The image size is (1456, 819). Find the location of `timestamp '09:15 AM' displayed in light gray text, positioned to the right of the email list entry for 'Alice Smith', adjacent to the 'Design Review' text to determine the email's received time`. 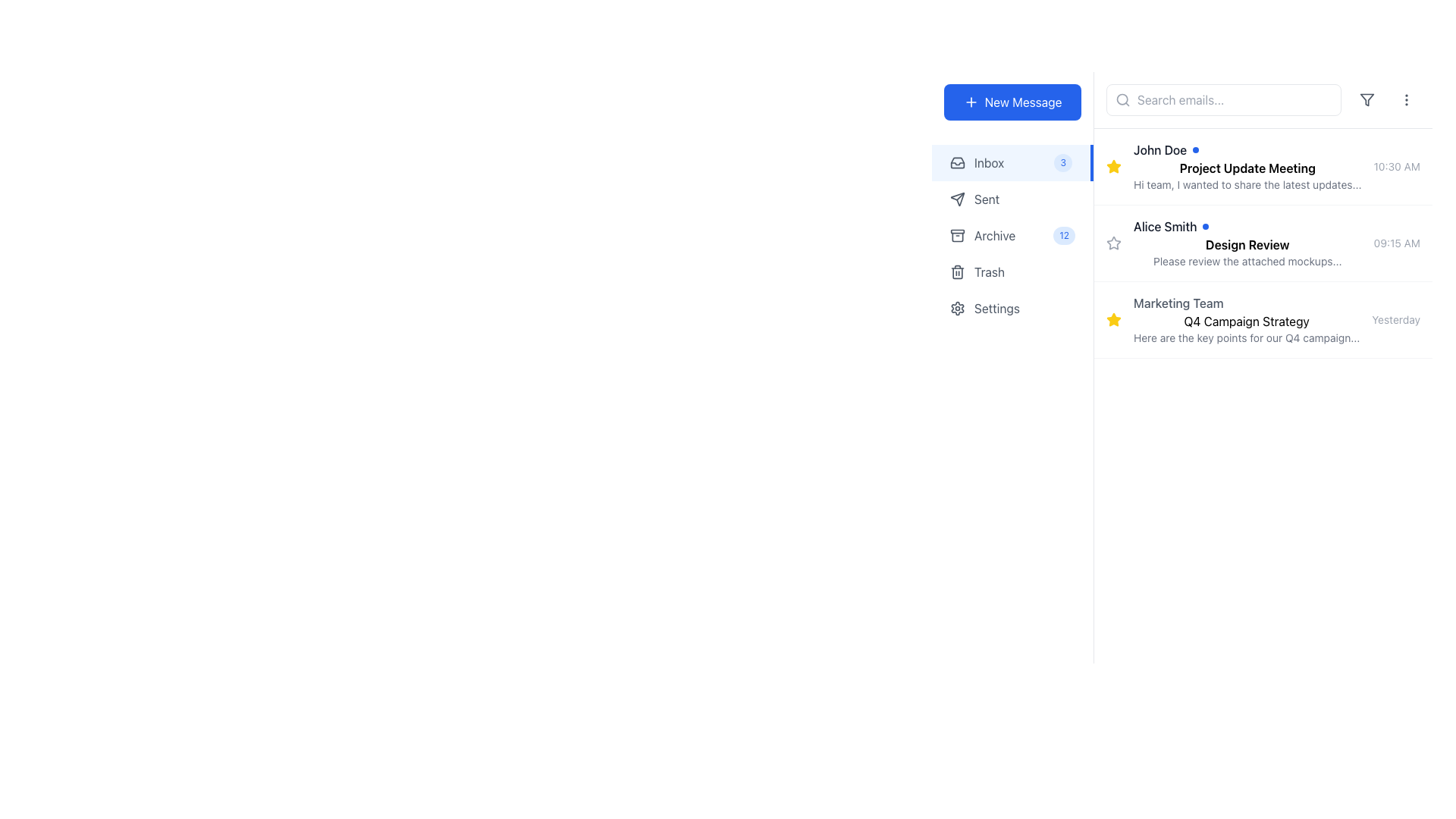

timestamp '09:15 AM' displayed in light gray text, positioned to the right of the email list entry for 'Alice Smith', adjacent to the 'Design Review' text to determine the email's received time is located at coordinates (1396, 242).